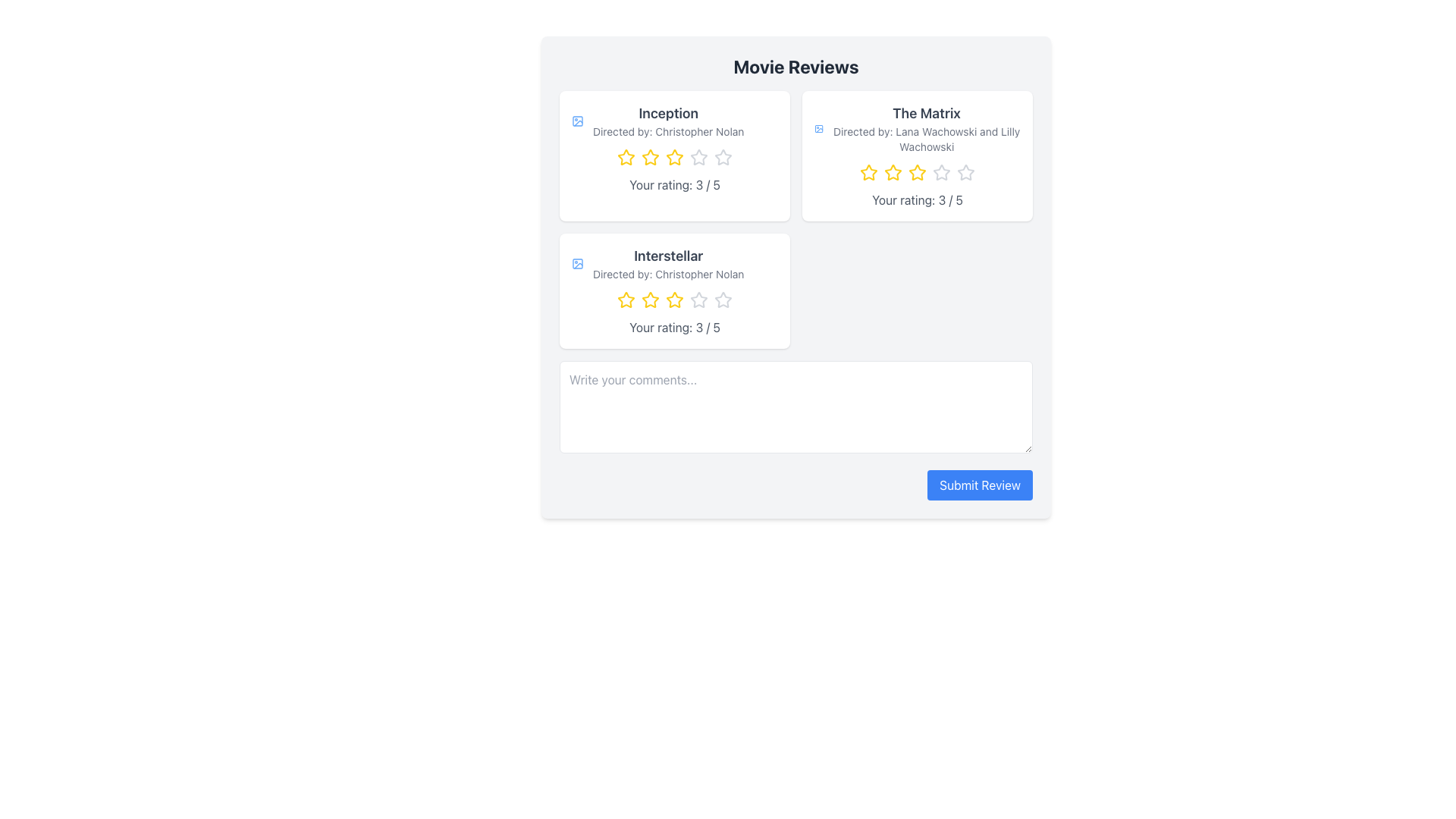  What do you see at coordinates (673, 120) in the screenshot?
I see `the text block labeled 'Inception' with an image placeholder icon on the left side of the 'Movie Reviews' interface` at bounding box center [673, 120].